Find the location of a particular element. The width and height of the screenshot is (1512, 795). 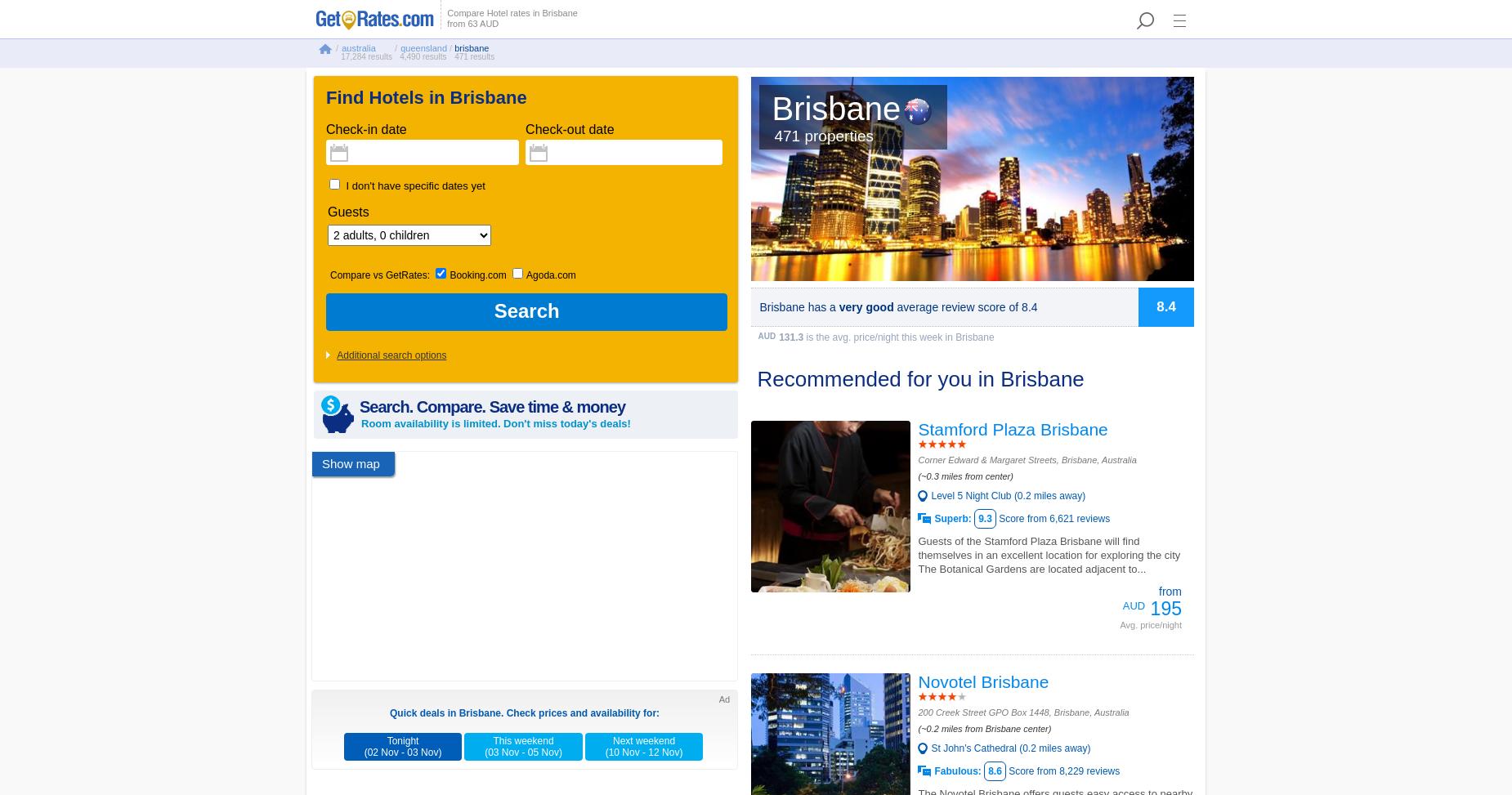

'This weekend' is located at coordinates (522, 740).